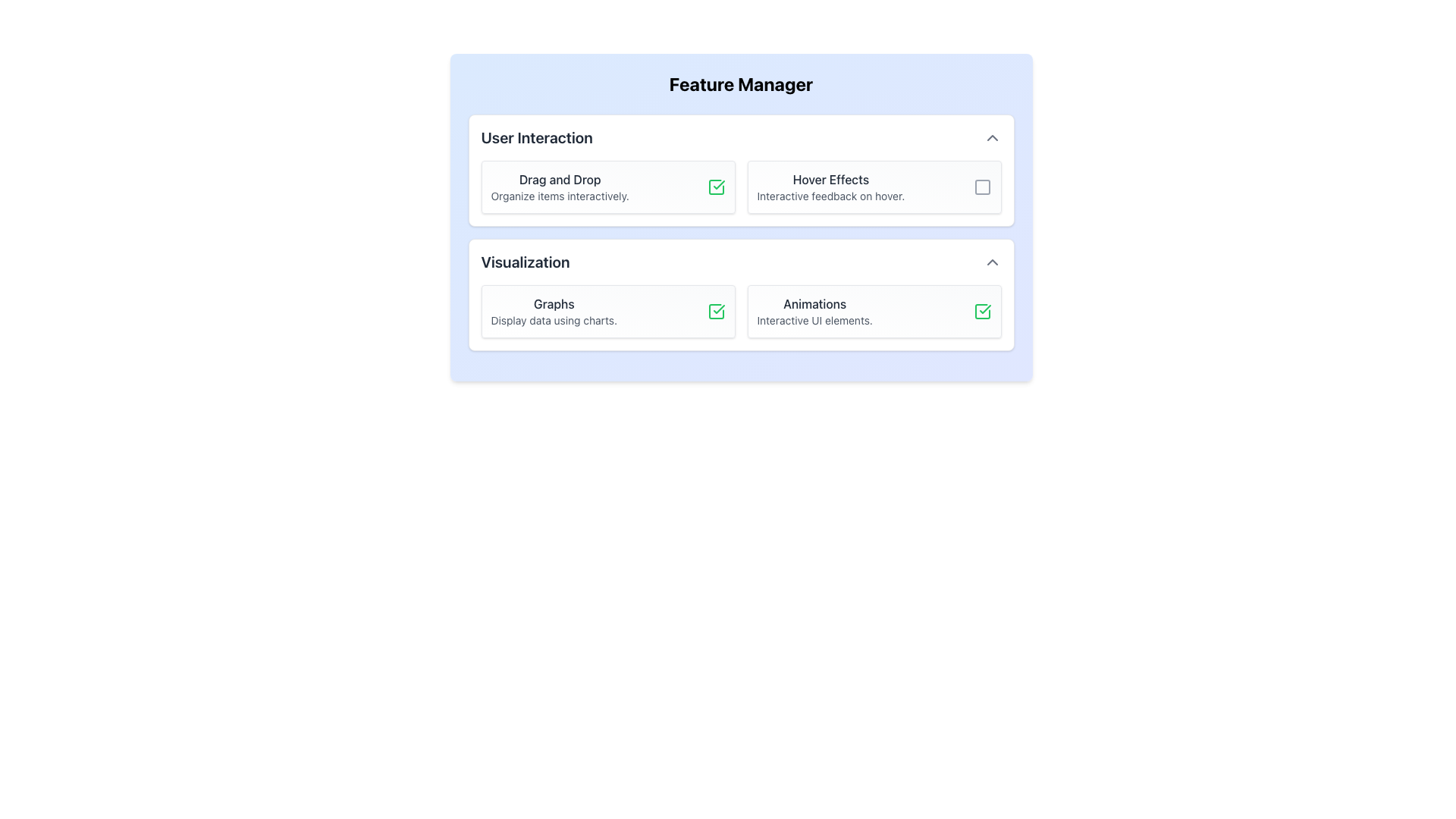 The height and width of the screenshot is (819, 1456). What do you see at coordinates (982, 311) in the screenshot?
I see `the green checkmark icon in the bottom-right region of the 'Animations' card` at bounding box center [982, 311].